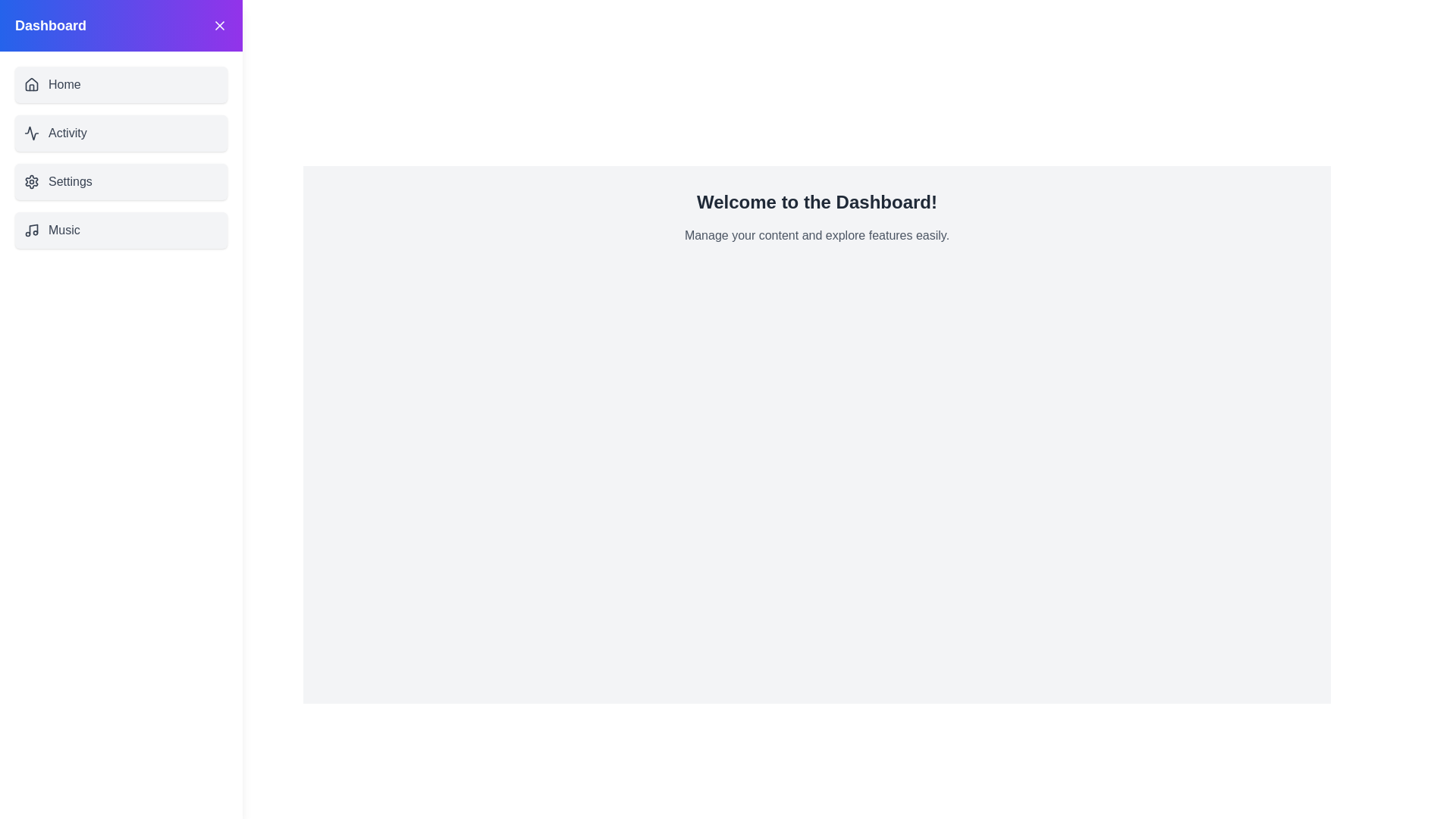 This screenshot has width=1456, height=819. Describe the element at coordinates (120, 133) in the screenshot. I see `the menu item labeled Activity to navigate to the corresponding section` at that location.